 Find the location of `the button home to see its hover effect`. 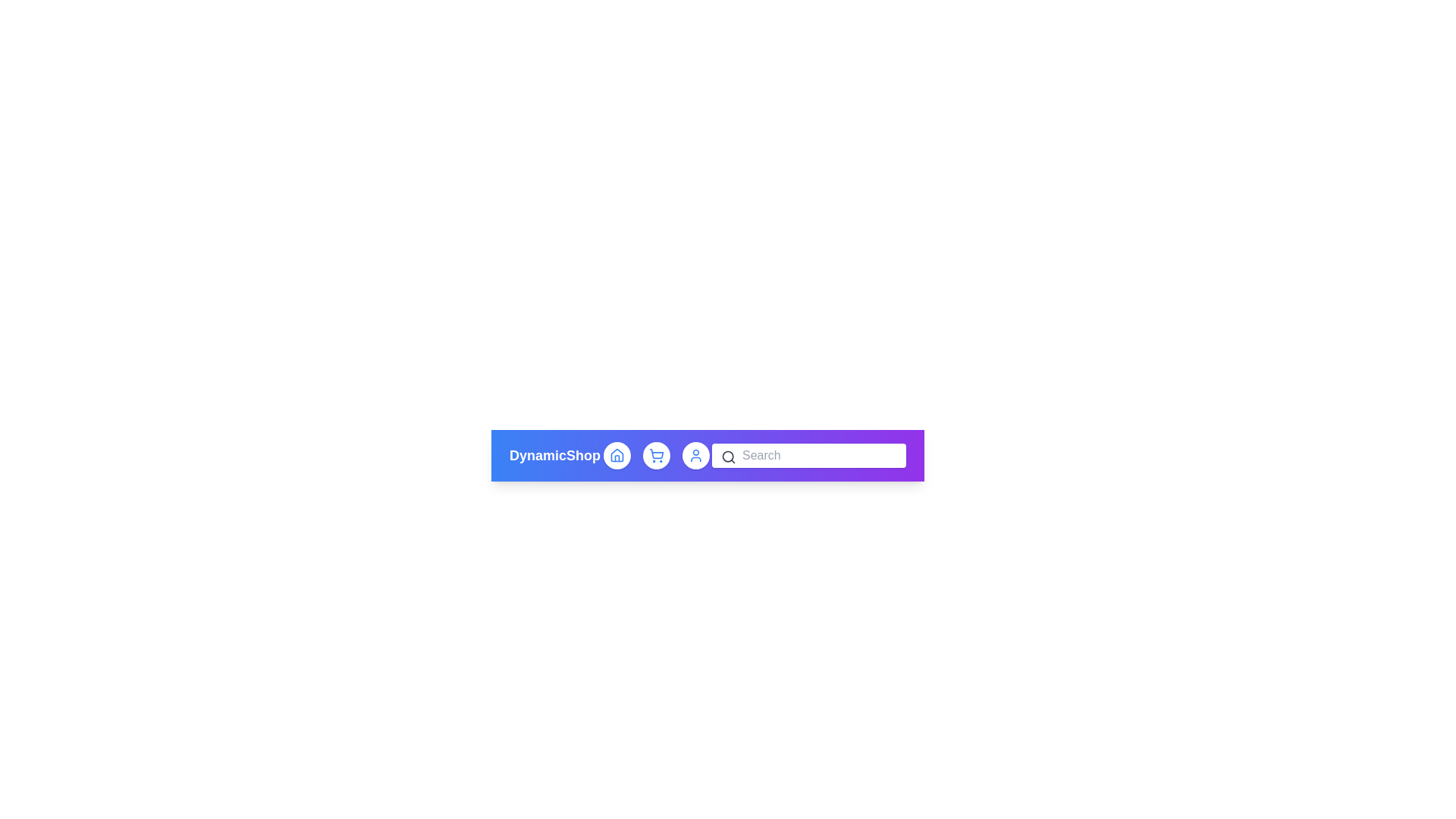

the button home to see its hover effect is located at coordinates (617, 455).